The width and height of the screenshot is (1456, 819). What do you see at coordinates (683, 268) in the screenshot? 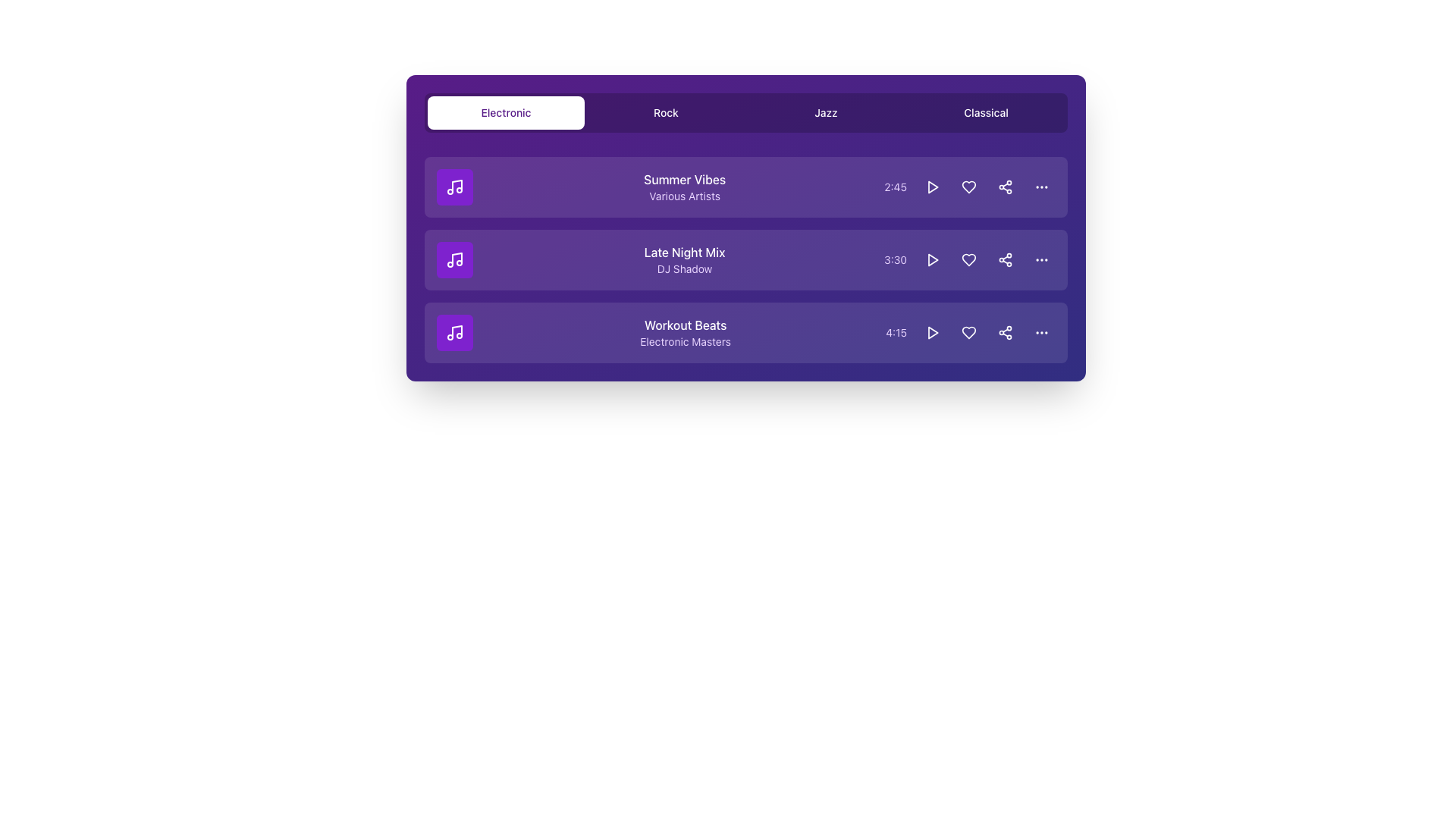
I see `the text label displaying the artist name 'DJ Shadow', which is located directly below the title 'Late Night Mix' in the music track list` at bounding box center [683, 268].